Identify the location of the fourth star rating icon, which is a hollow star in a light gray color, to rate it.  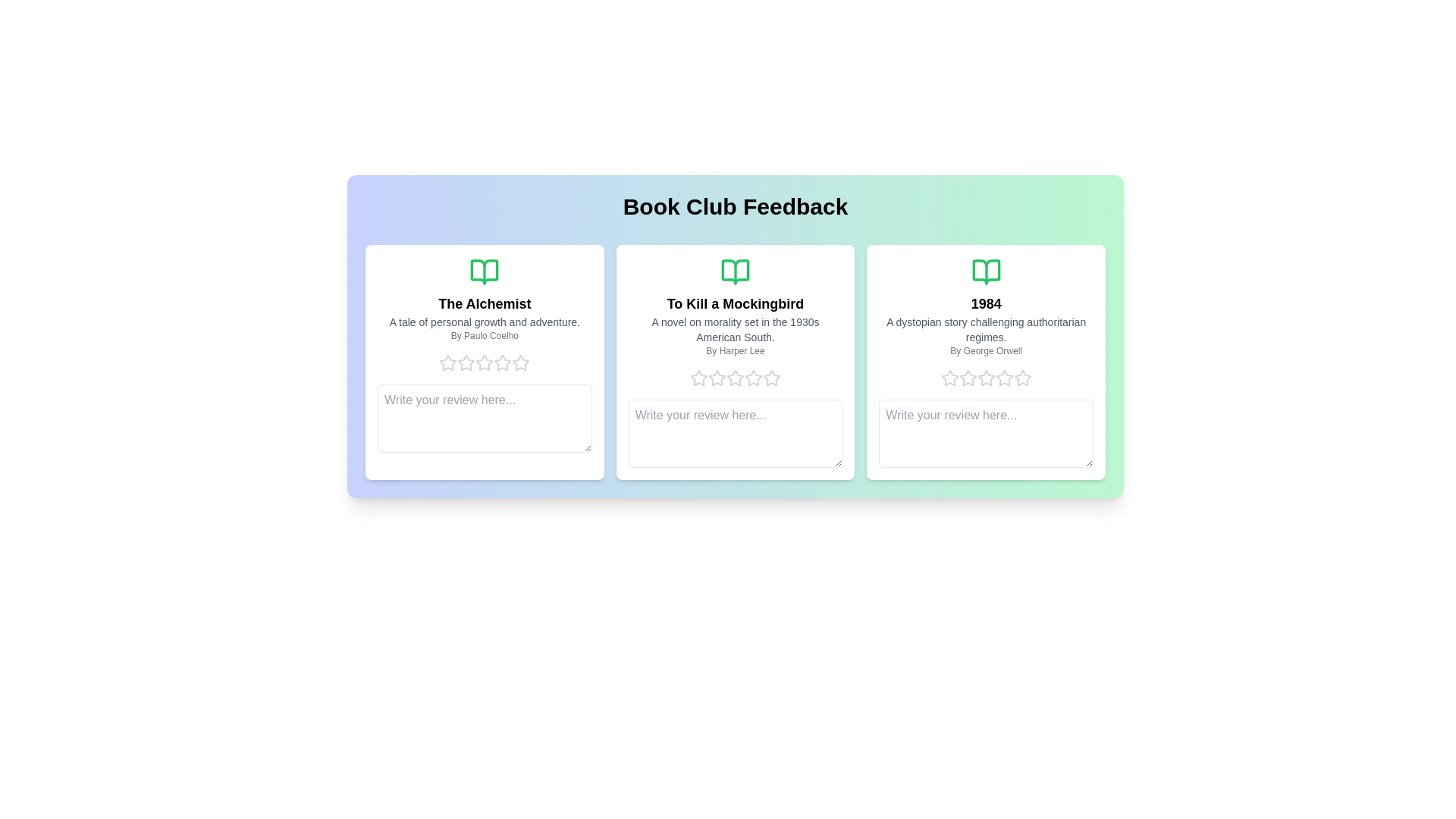
(735, 377).